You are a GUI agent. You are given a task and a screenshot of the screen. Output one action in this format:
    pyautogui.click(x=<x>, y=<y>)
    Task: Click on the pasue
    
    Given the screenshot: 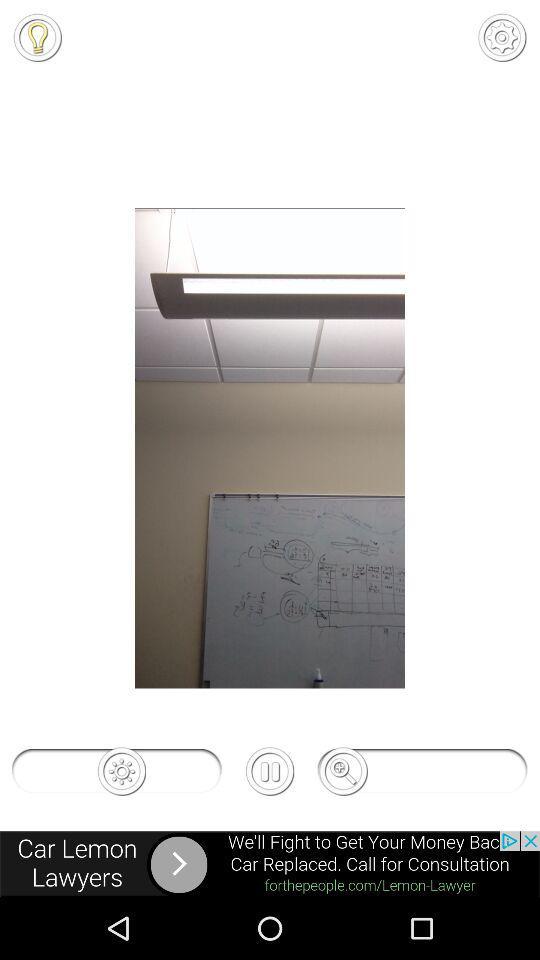 What is the action you would take?
    pyautogui.click(x=270, y=770)
    